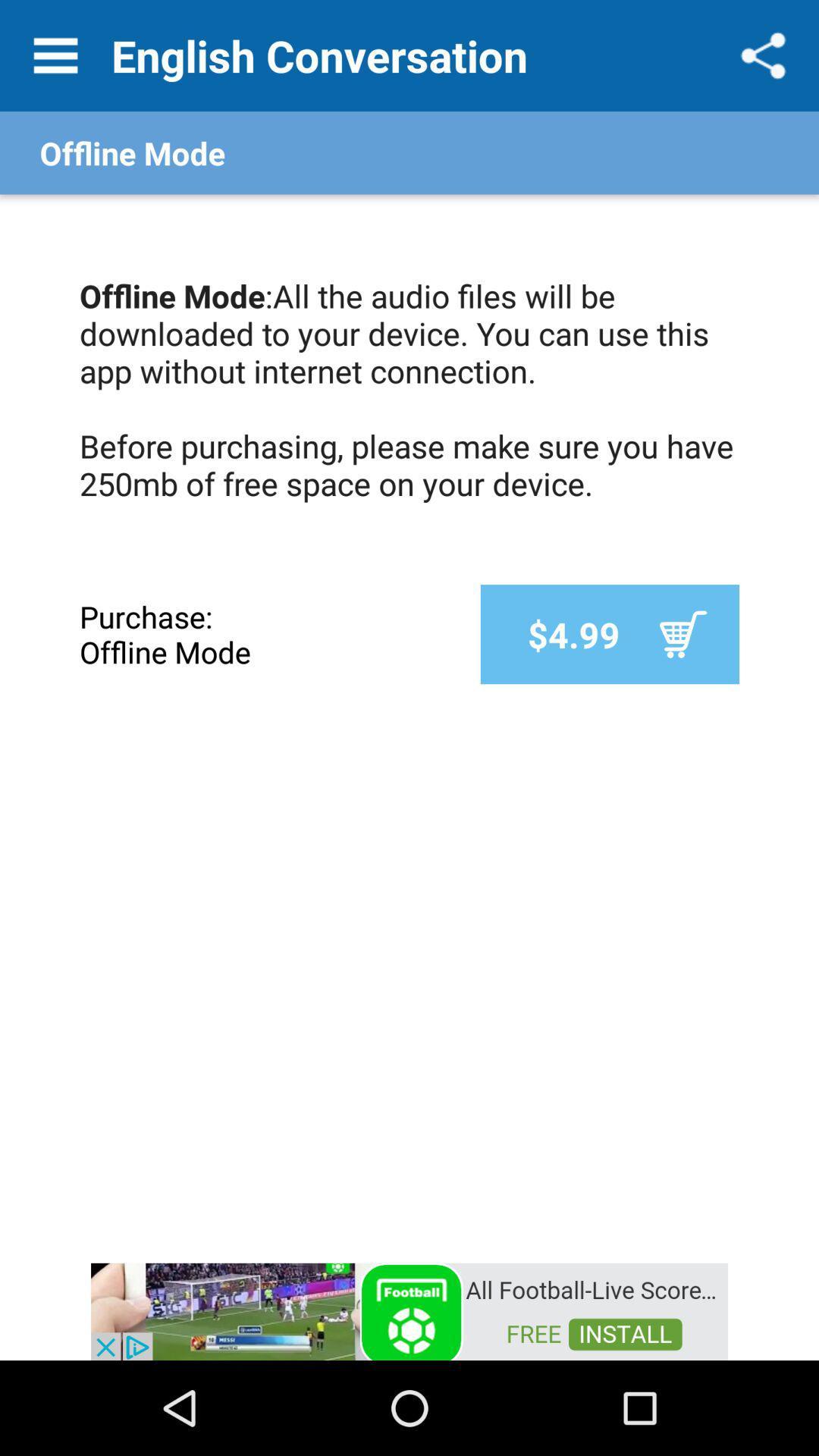 This screenshot has height=1456, width=819. Describe the element at coordinates (409, 1310) in the screenshot. I see `open advertisement` at that location.